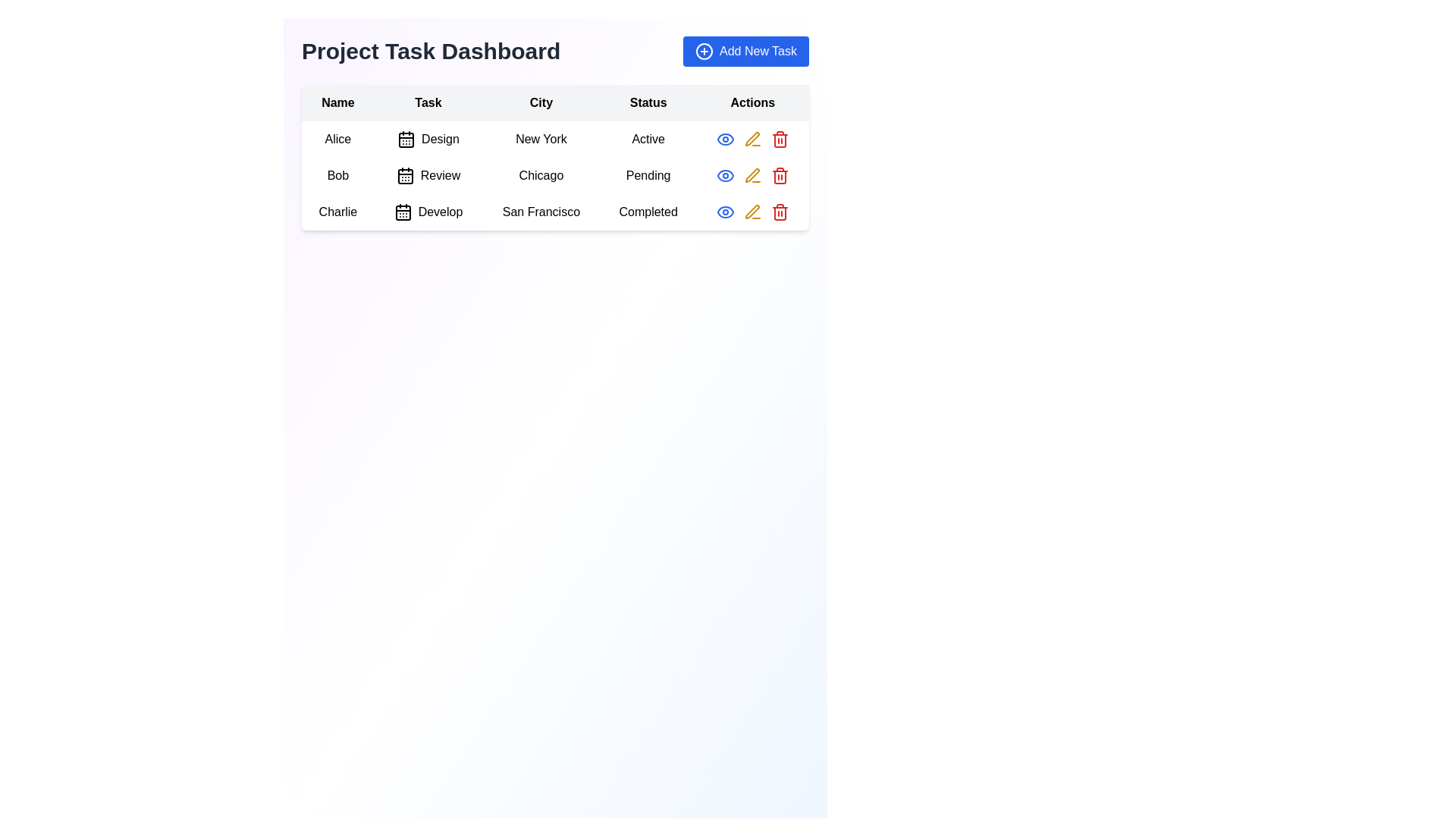  What do you see at coordinates (406, 140) in the screenshot?
I see `the calendar icon representing the 'Task' field for 'Alice' in the table, located in the first row adjacent to the text 'Design'` at bounding box center [406, 140].